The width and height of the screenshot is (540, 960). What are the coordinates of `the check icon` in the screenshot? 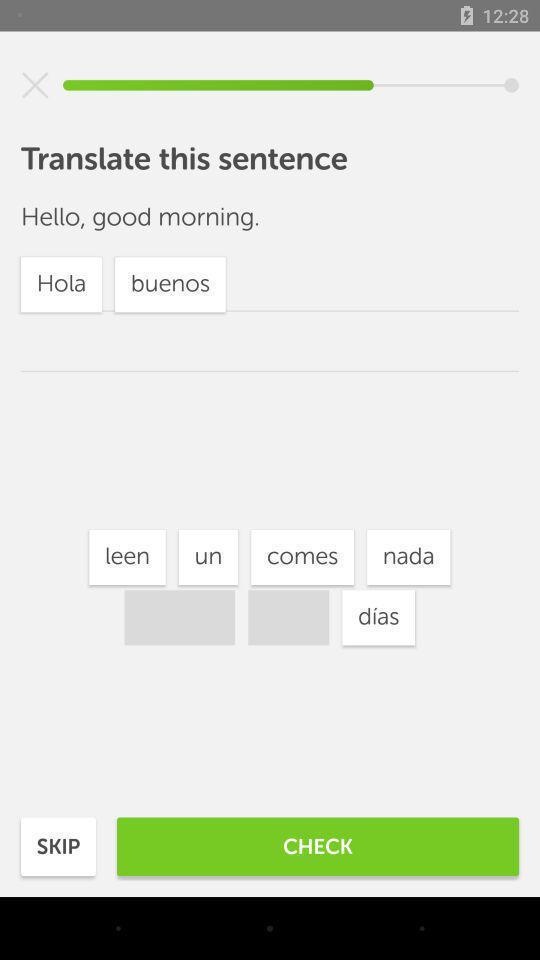 It's located at (318, 845).